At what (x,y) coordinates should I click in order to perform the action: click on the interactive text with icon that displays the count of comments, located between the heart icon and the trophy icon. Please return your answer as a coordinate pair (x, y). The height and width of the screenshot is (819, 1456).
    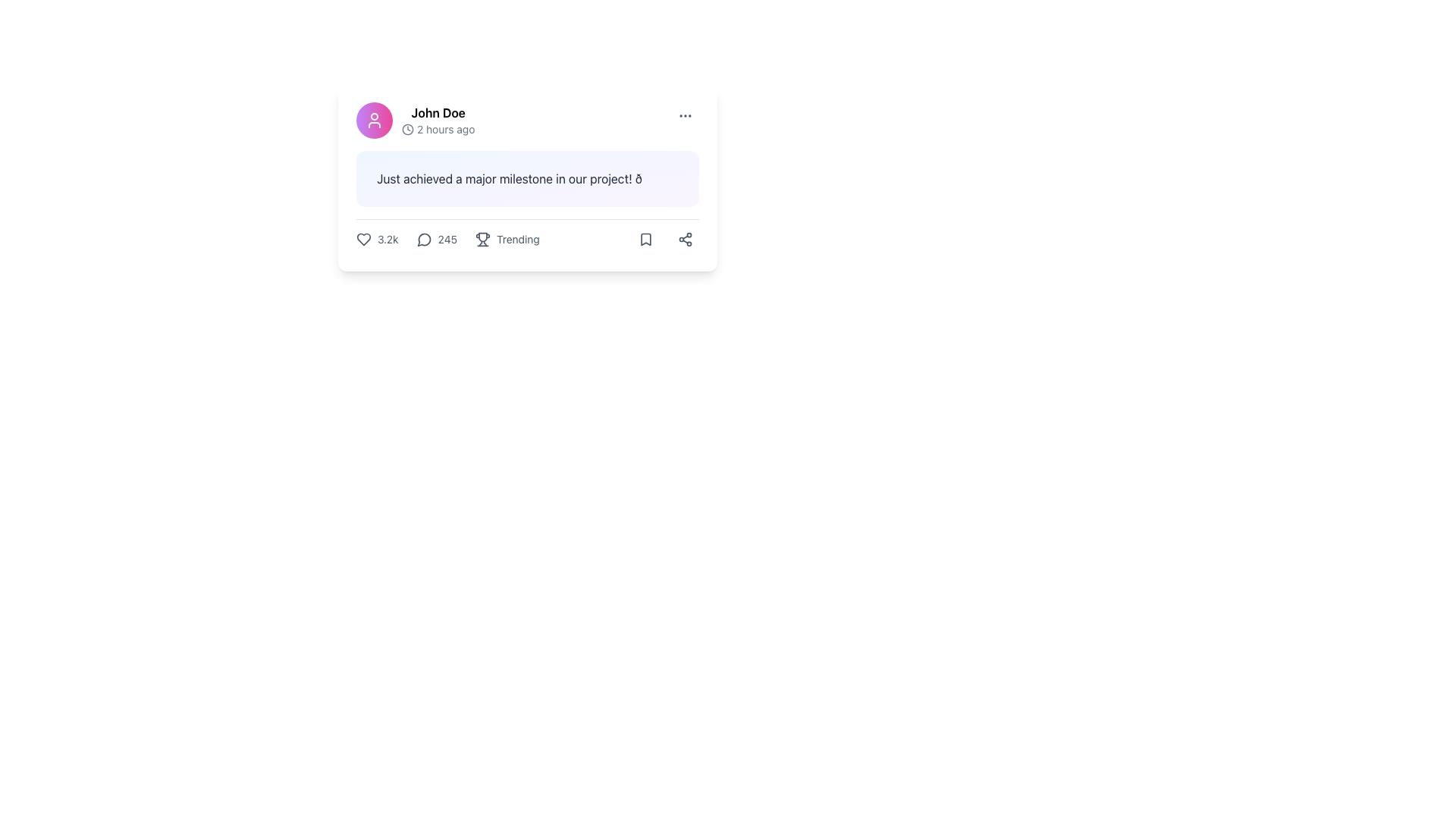
    Looking at the image, I should click on (436, 239).